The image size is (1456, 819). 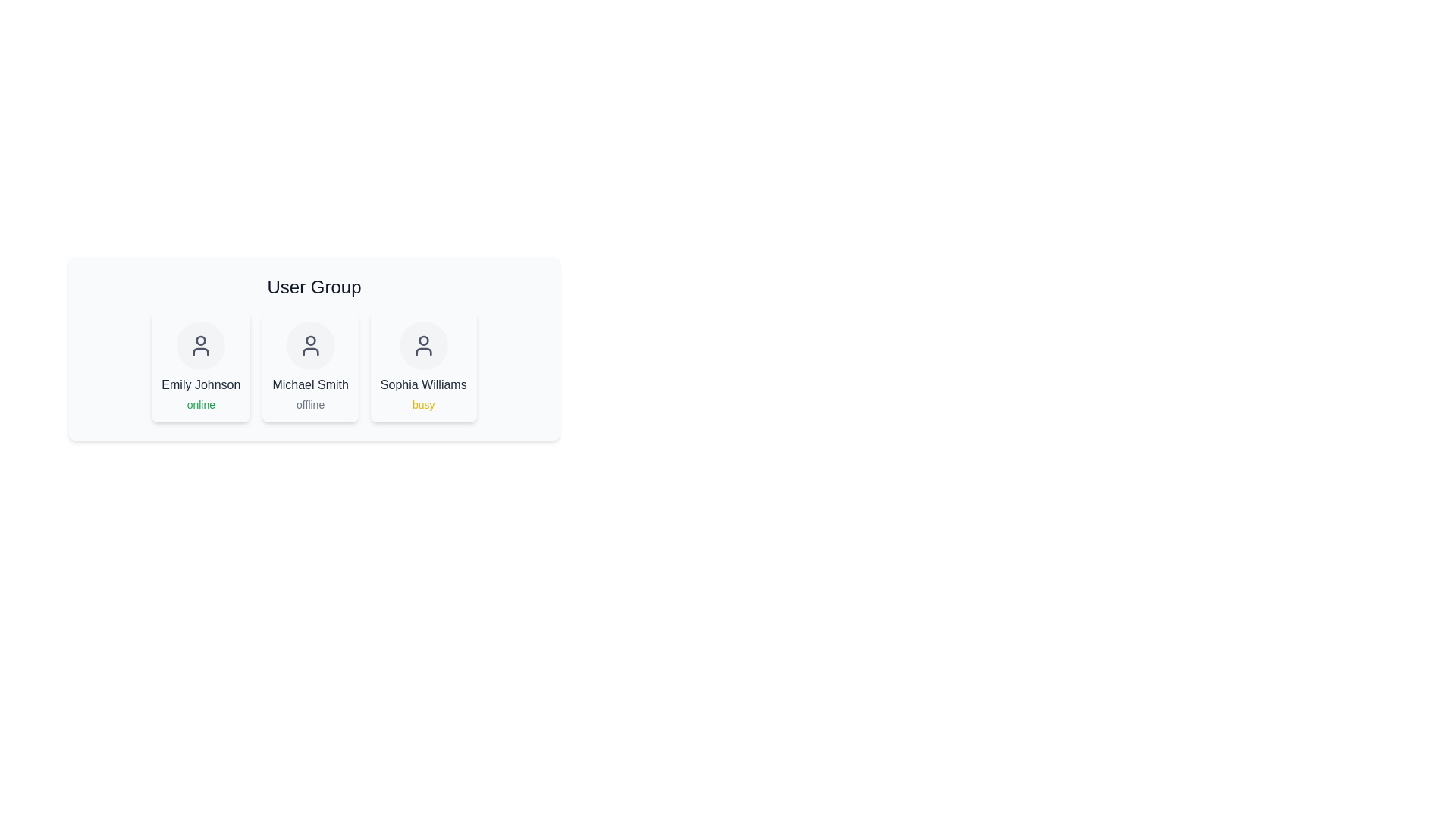 I want to click on the 'busy' status graphical icon (circle) within the avatar of user 'Sophia Williams', which is the third user card in the 'User Group' section, so click(x=423, y=340).